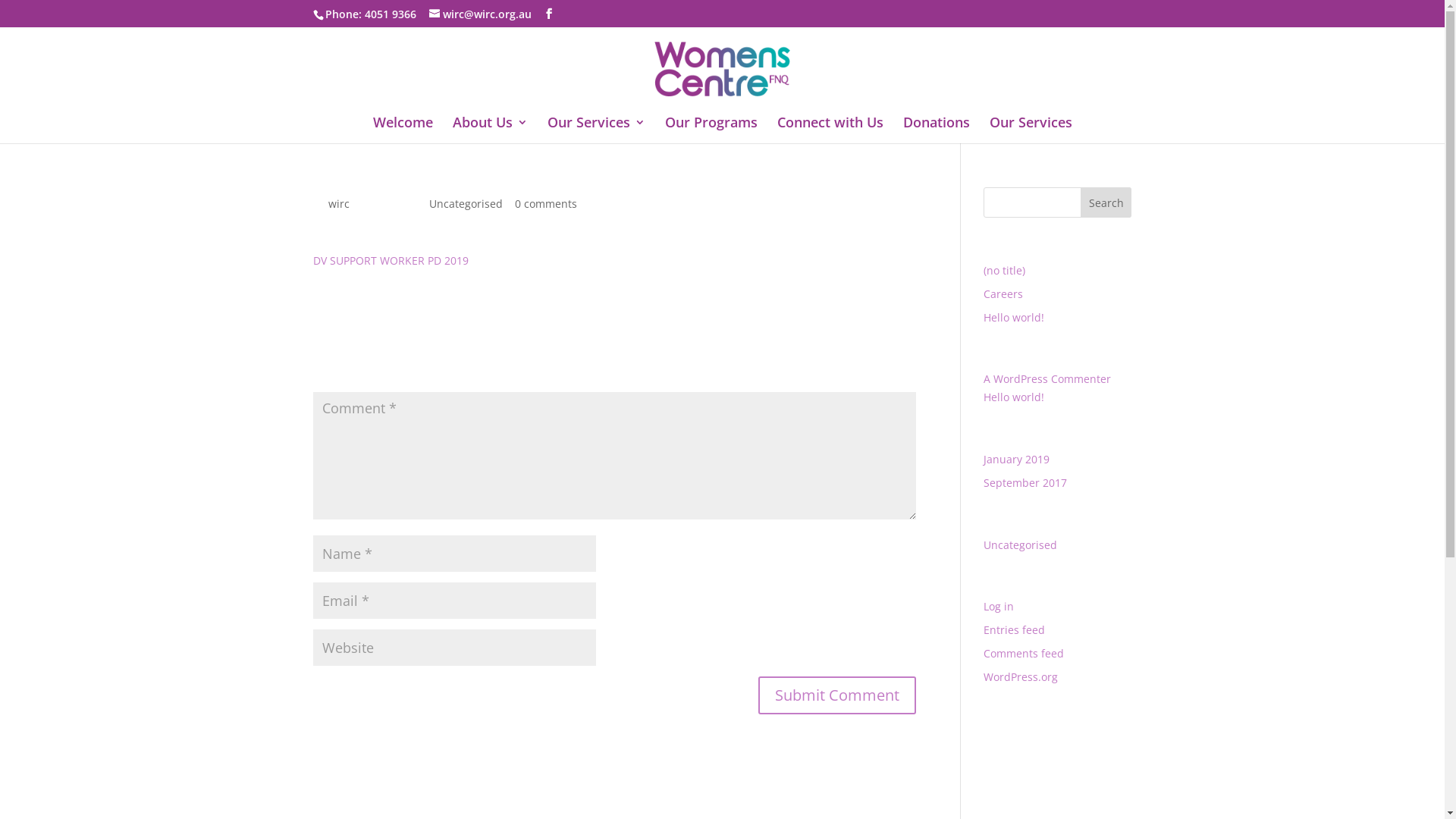  I want to click on 'A WordPress Commenter', so click(983, 378).